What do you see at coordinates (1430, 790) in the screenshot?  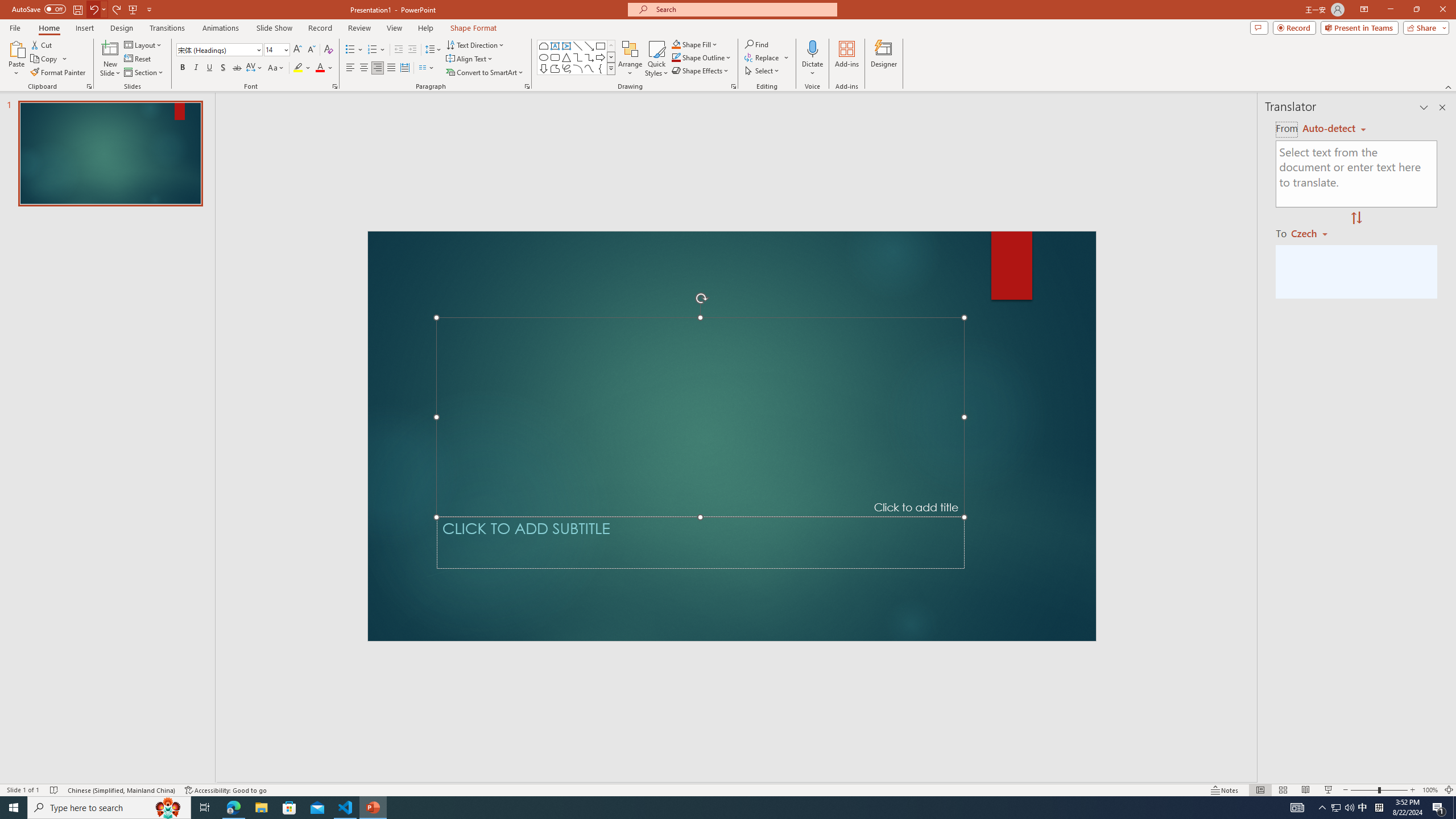 I see `'Zoom 100%'` at bounding box center [1430, 790].